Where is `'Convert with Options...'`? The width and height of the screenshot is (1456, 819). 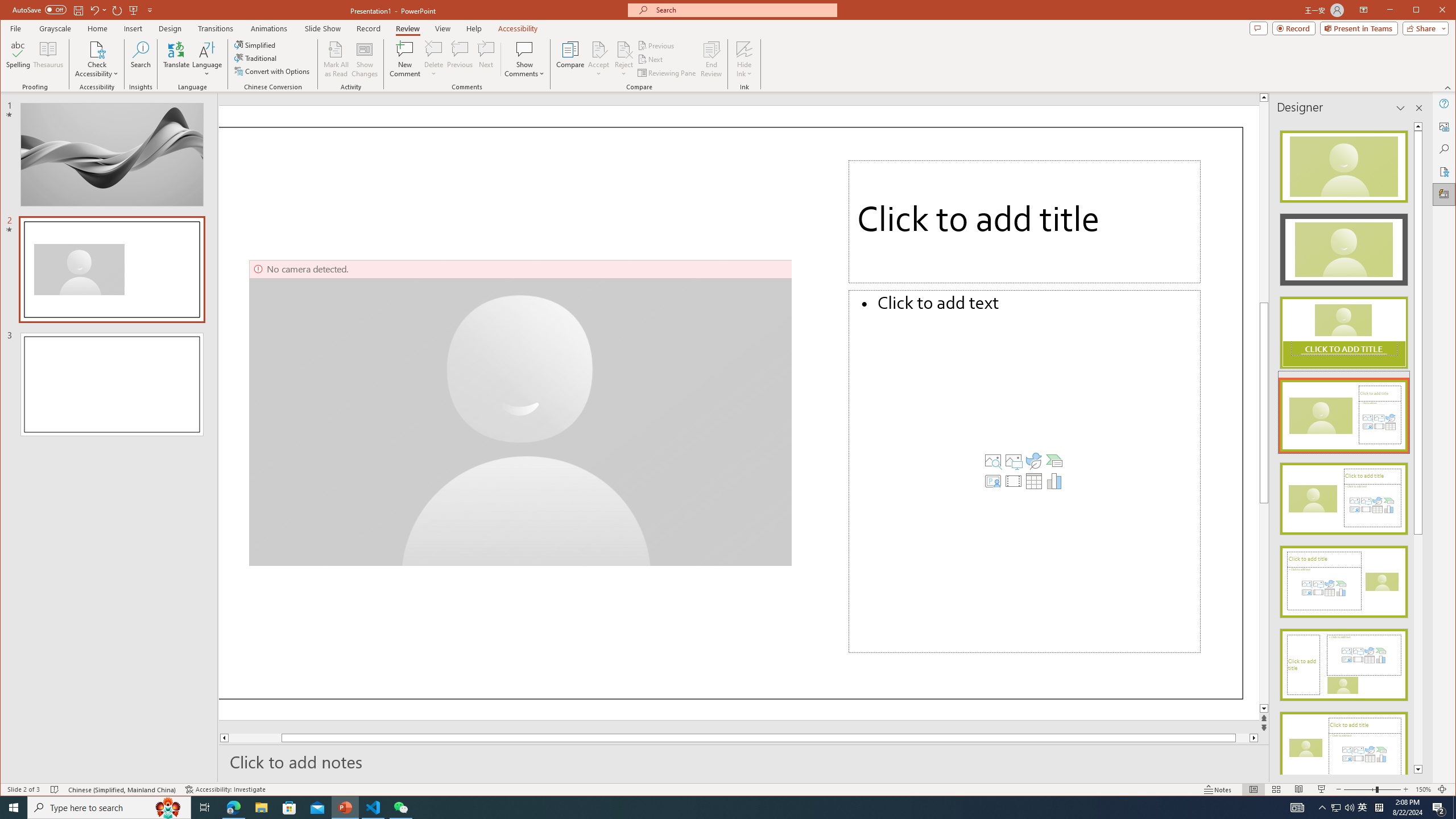
'Convert with Options...' is located at coordinates (273, 71).